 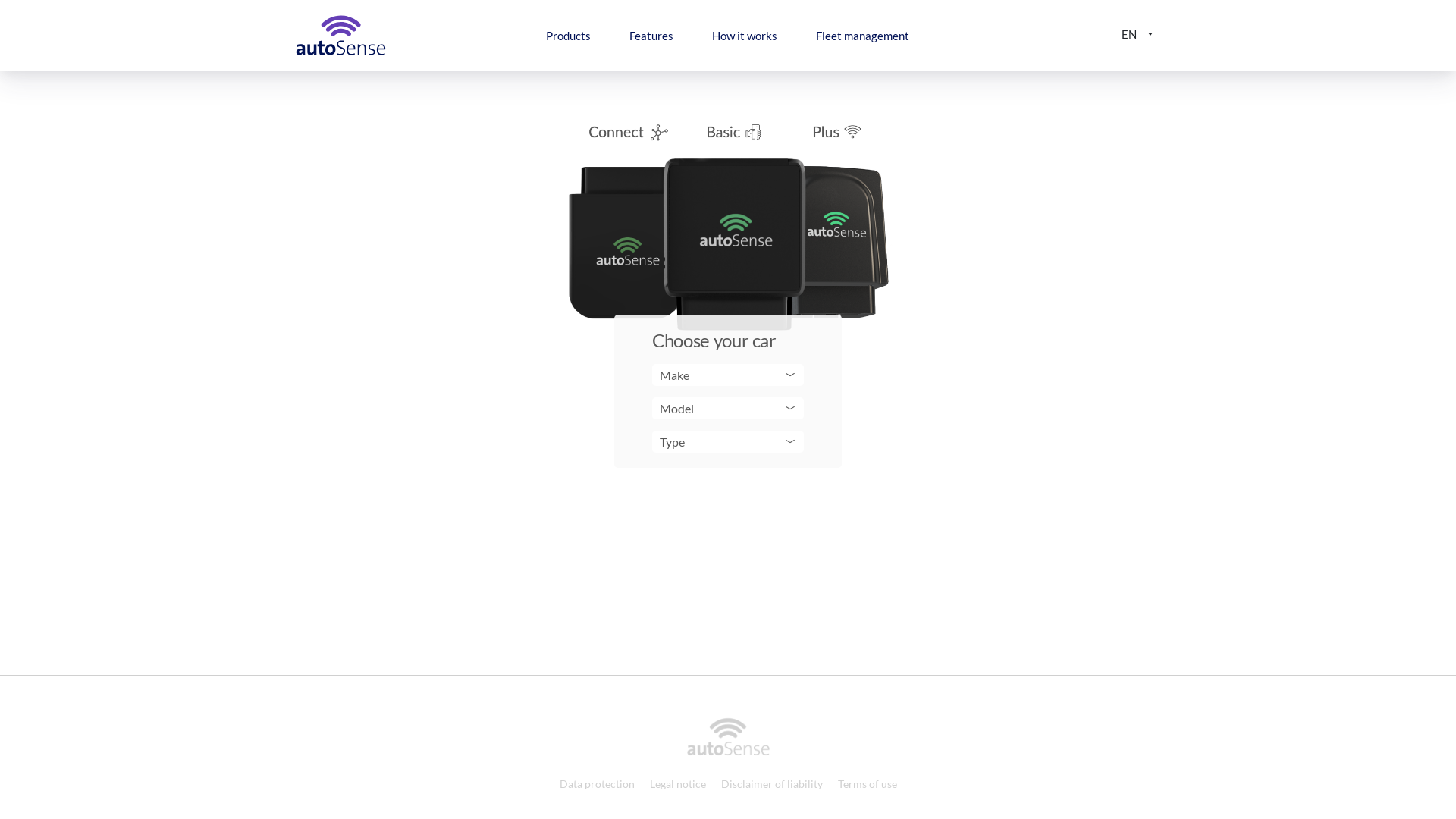 I want to click on 'EN', so click(x=1137, y=34).